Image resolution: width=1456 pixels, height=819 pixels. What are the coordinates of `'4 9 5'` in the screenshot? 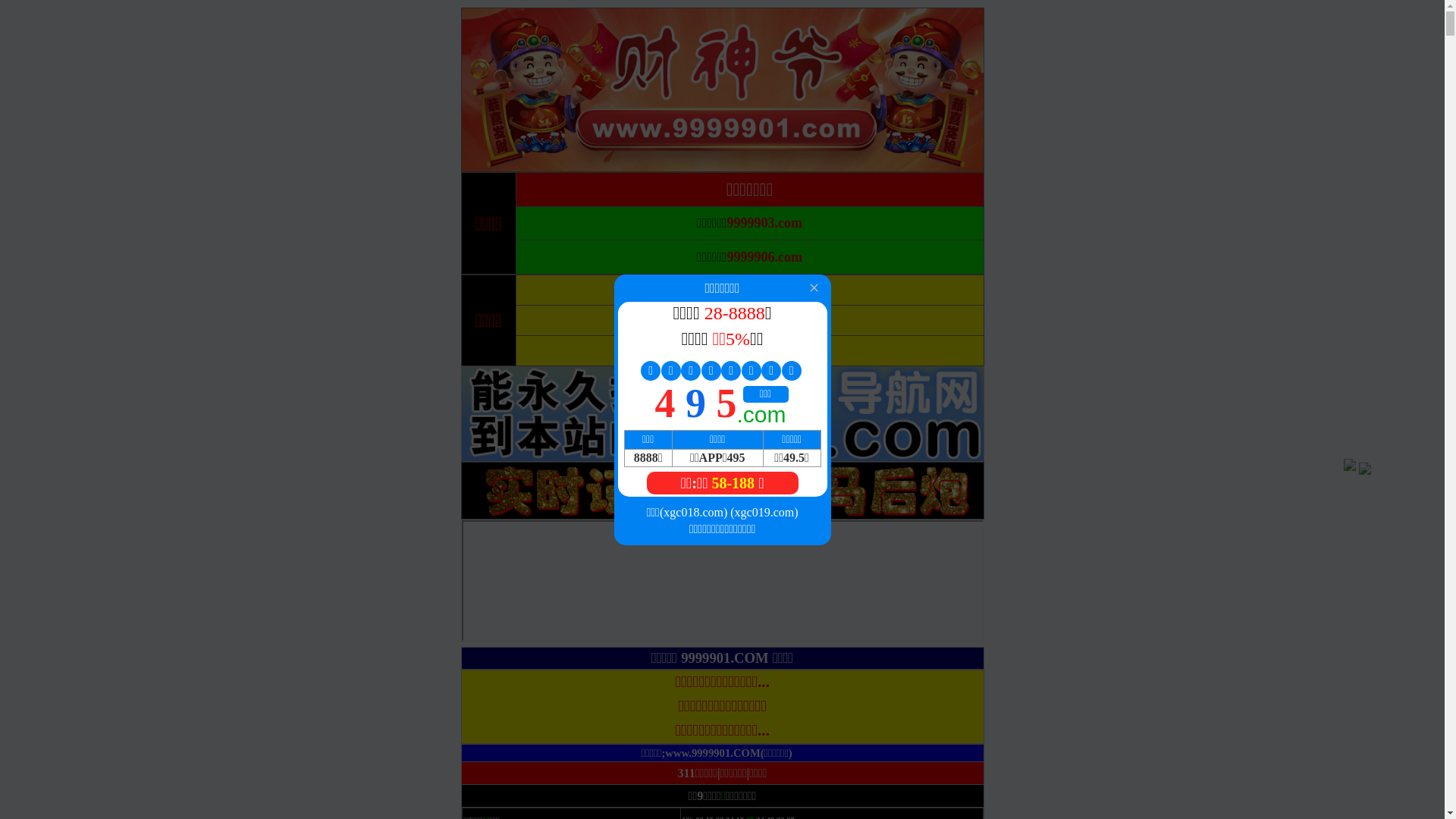 It's located at (695, 402).